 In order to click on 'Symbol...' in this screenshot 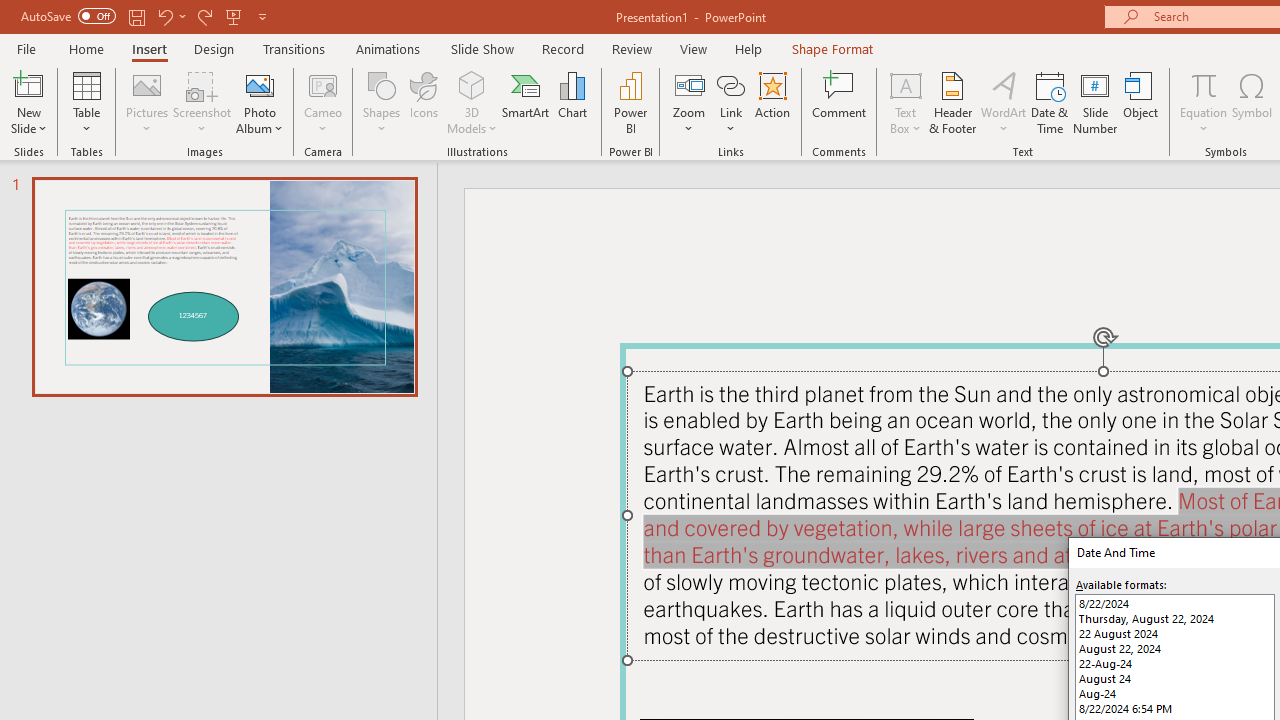, I will do `click(1251, 103)`.